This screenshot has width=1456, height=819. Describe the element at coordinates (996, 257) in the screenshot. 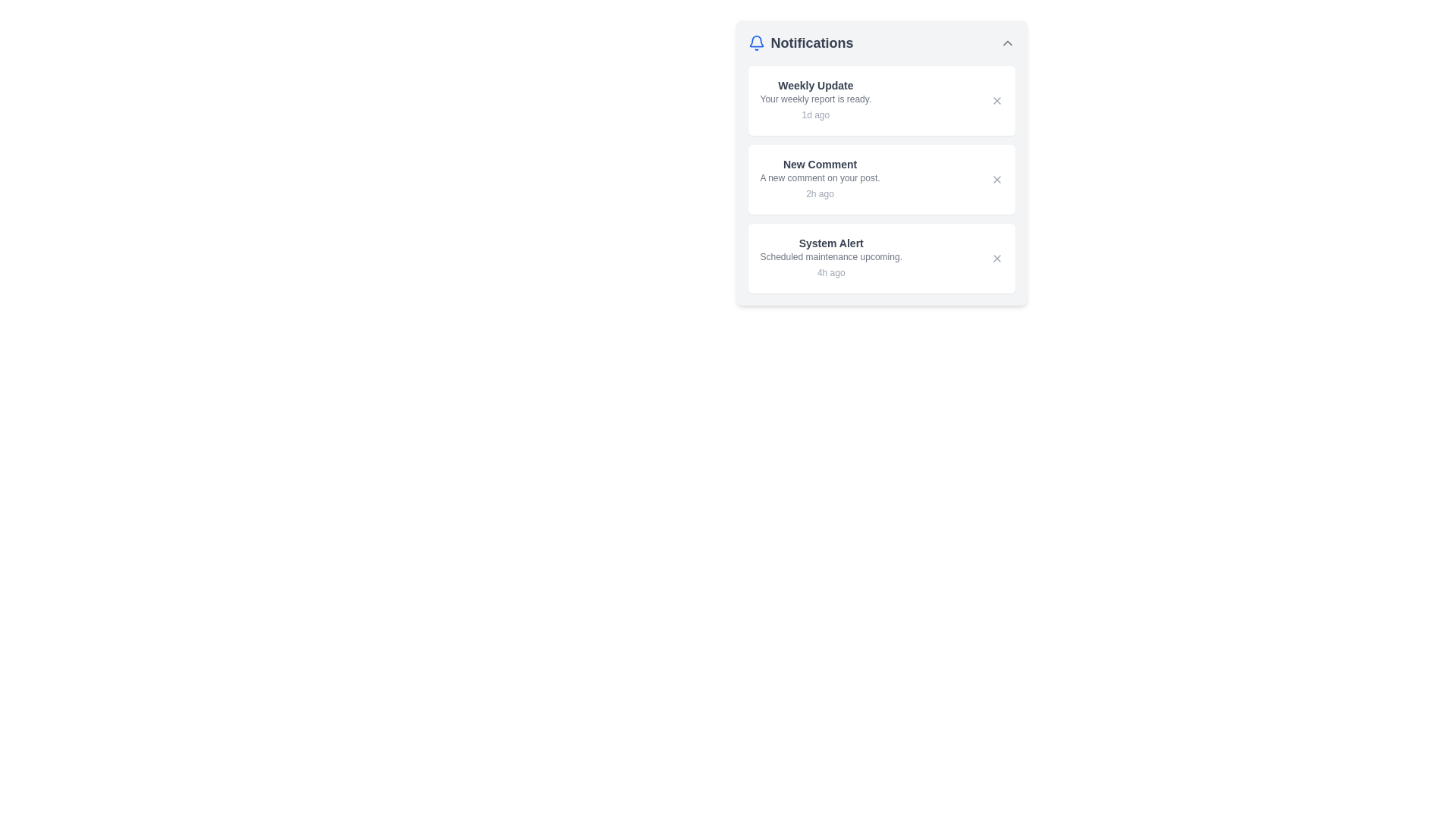

I see `the close button, which is a small gray 'X' icon located at the top right corner of the 'System Alert' notification item in the notification panel, to trigger the hover effect` at that location.